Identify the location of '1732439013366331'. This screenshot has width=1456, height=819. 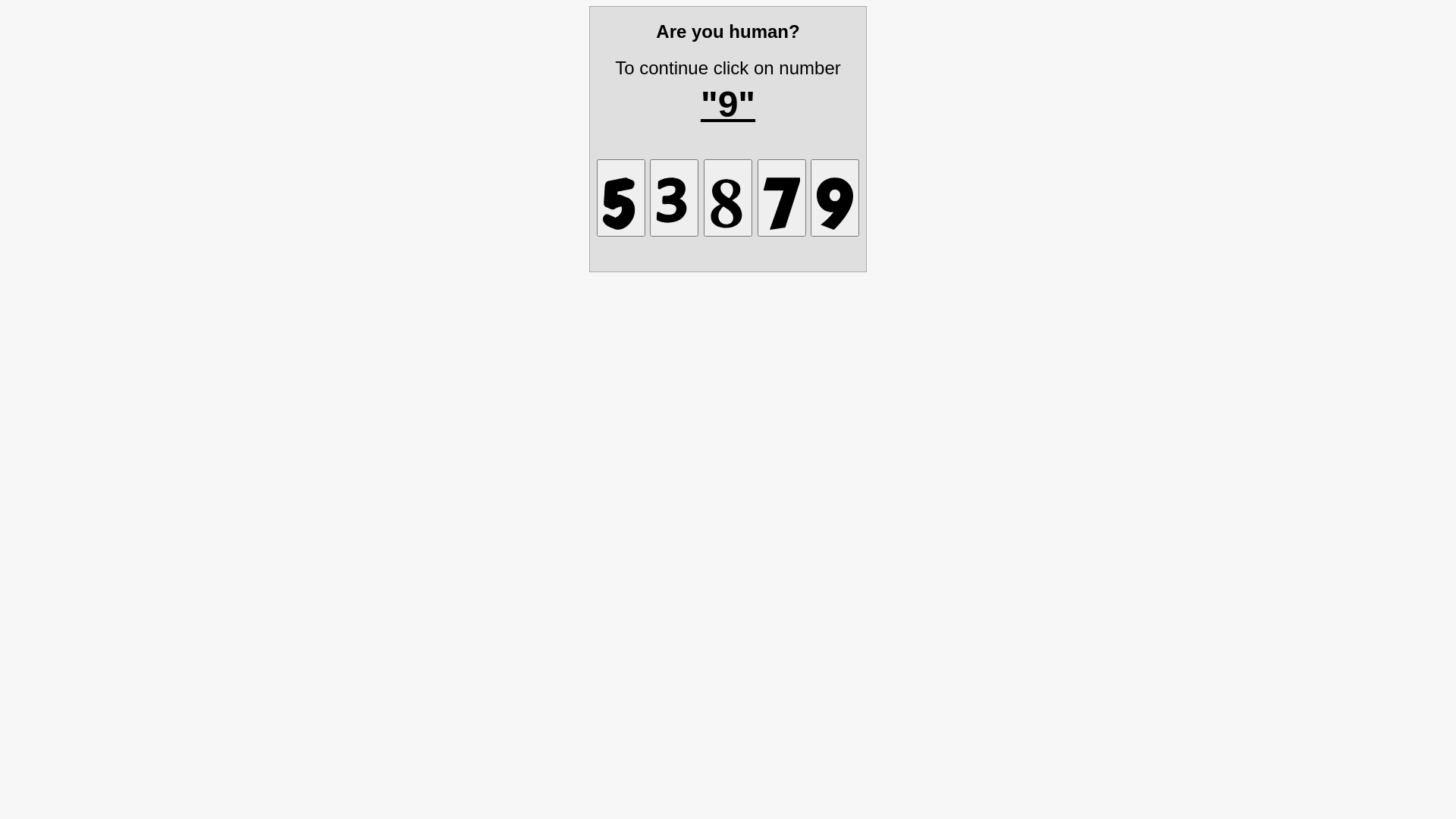
(621, 197).